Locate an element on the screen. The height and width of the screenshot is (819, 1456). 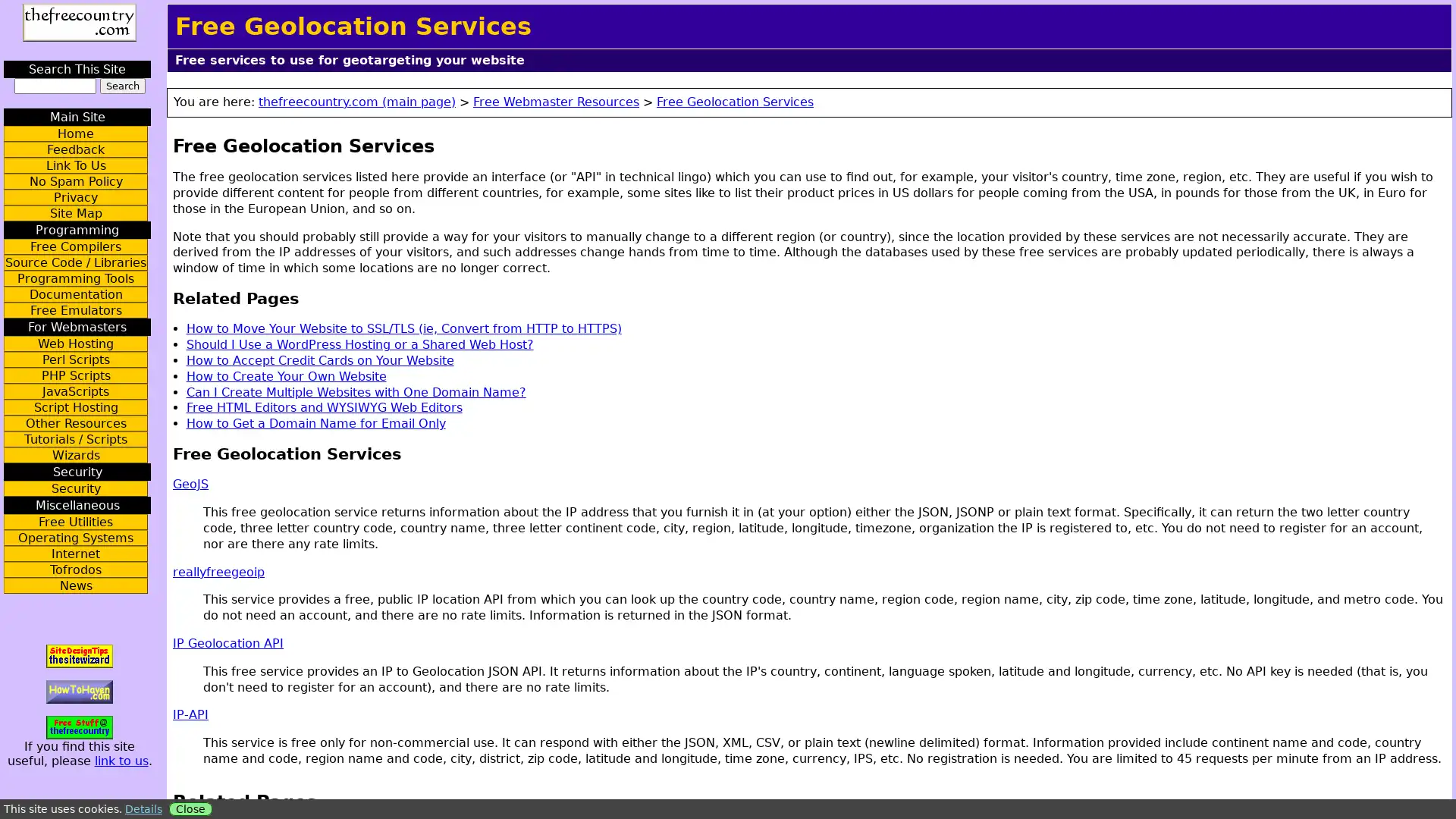
Search is located at coordinates (122, 86).